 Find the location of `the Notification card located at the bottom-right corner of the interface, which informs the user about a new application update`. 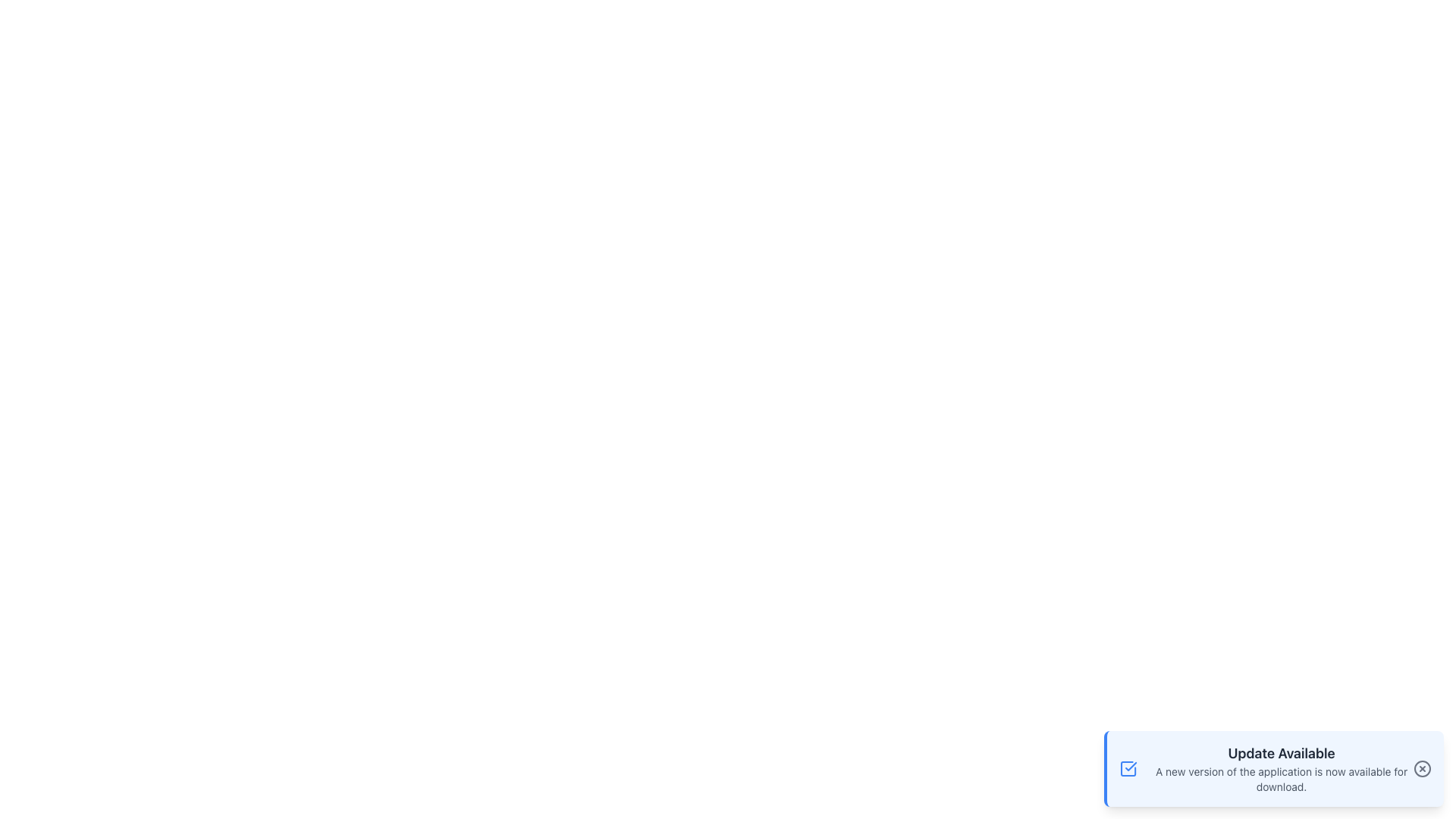

the Notification card located at the bottom-right corner of the interface, which informs the user about a new application update is located at coordinates (1274, 769).